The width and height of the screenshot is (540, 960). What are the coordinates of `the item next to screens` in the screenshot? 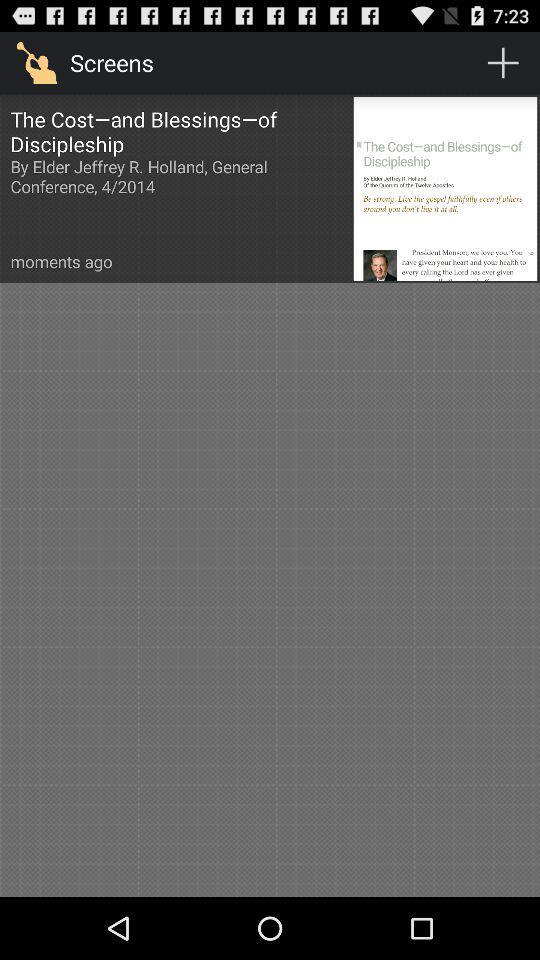 It's located at (502, 62).